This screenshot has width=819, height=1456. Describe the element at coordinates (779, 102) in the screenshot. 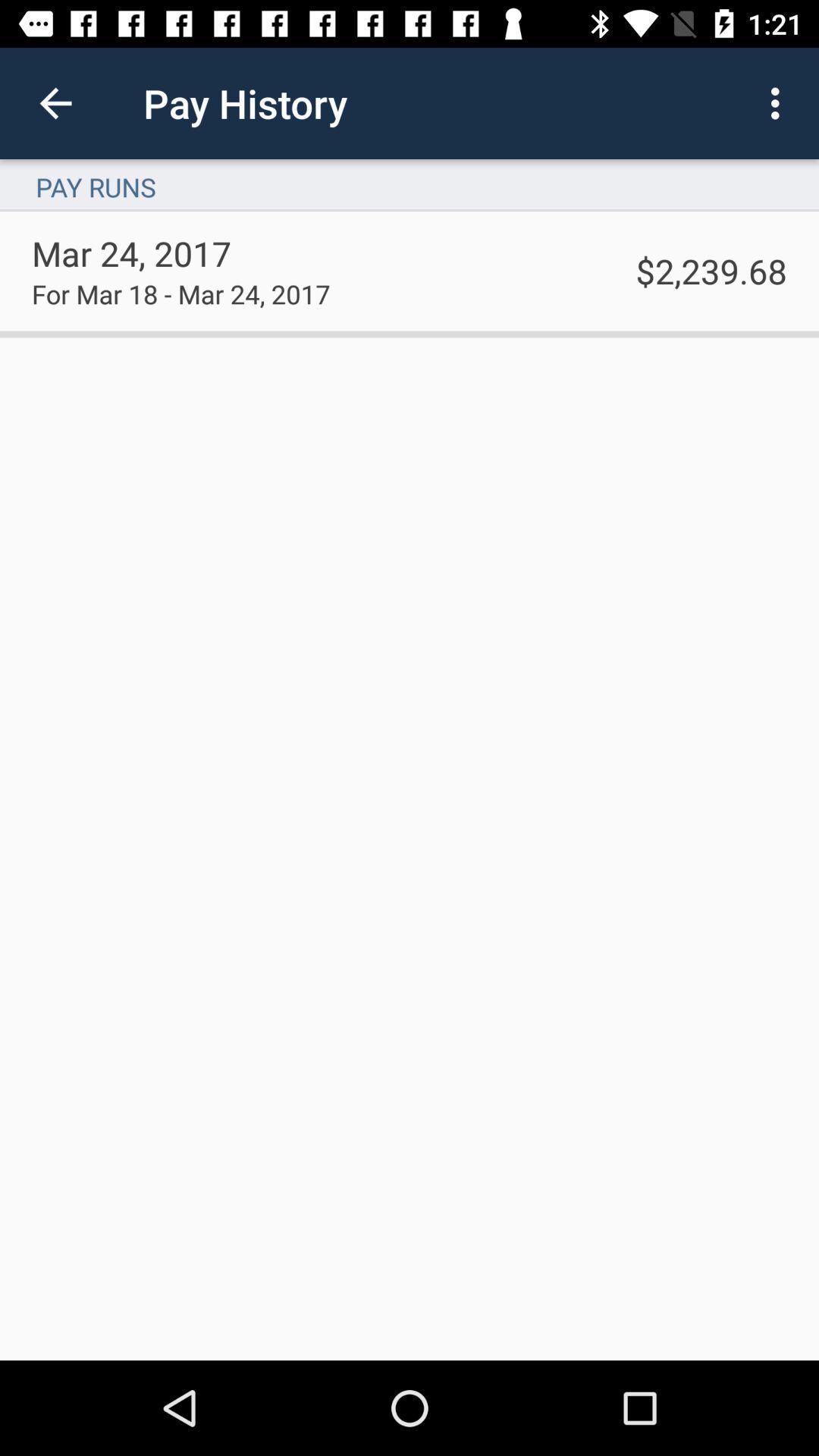

I see `item next to pay history` at that location.